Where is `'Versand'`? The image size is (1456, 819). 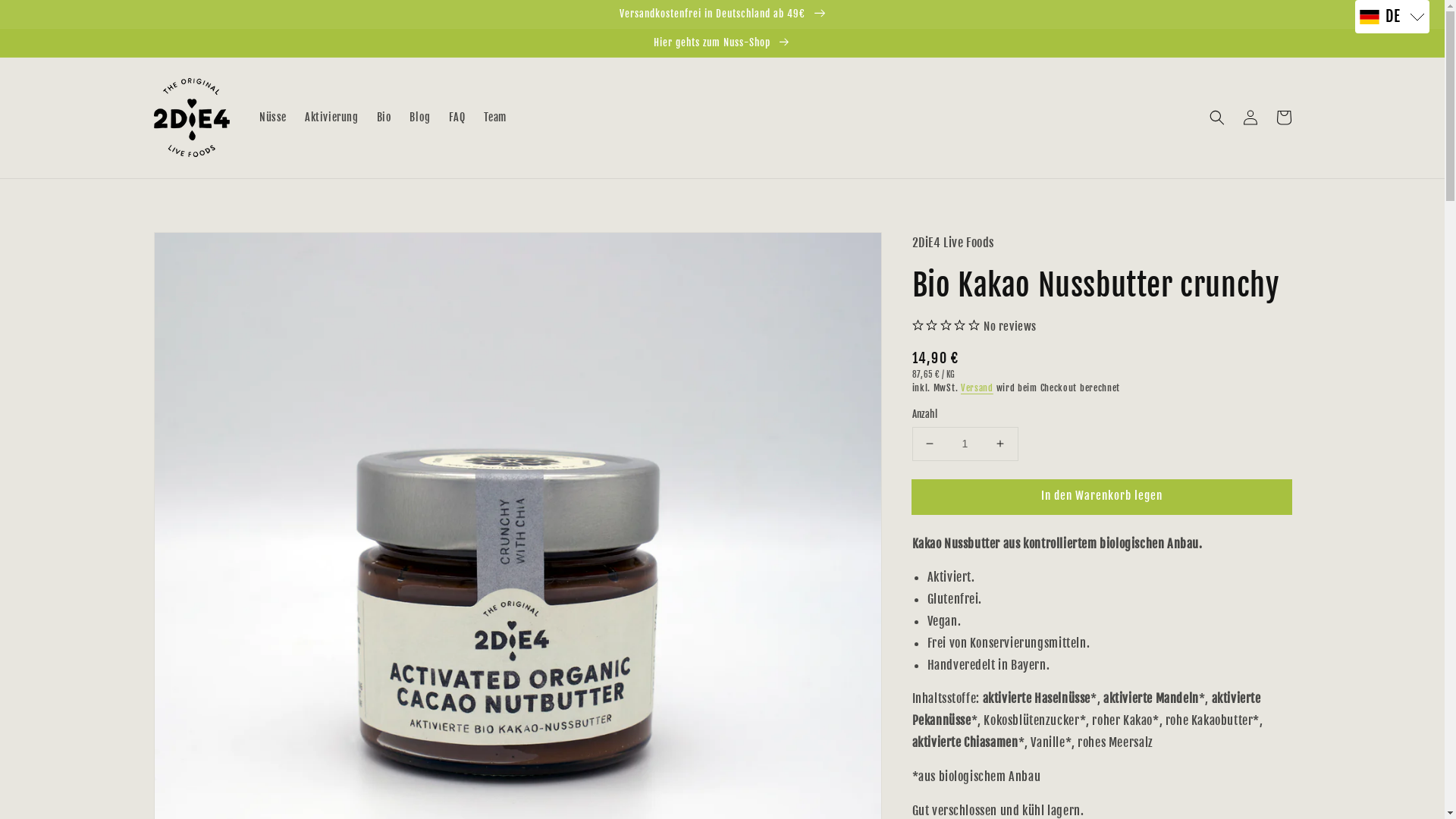 'Versand' is located at coordinates (977, 387).